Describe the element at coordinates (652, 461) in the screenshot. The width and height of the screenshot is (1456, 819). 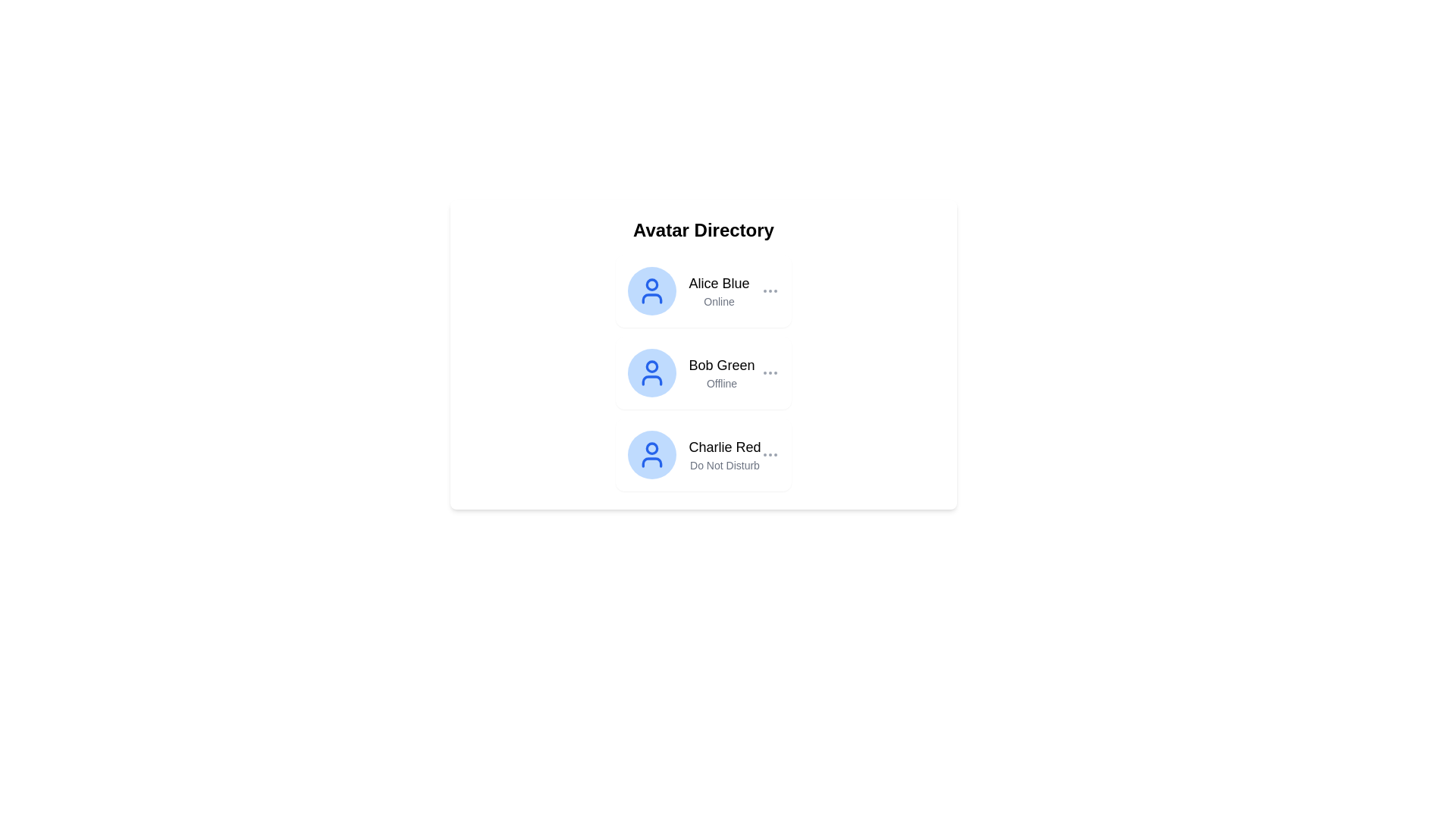
I see `the visual indicator representing the user's 'do not disturb' status located at the bottom of the avatar icon for the third entry in the 'Avatar Directory' list` at that location.